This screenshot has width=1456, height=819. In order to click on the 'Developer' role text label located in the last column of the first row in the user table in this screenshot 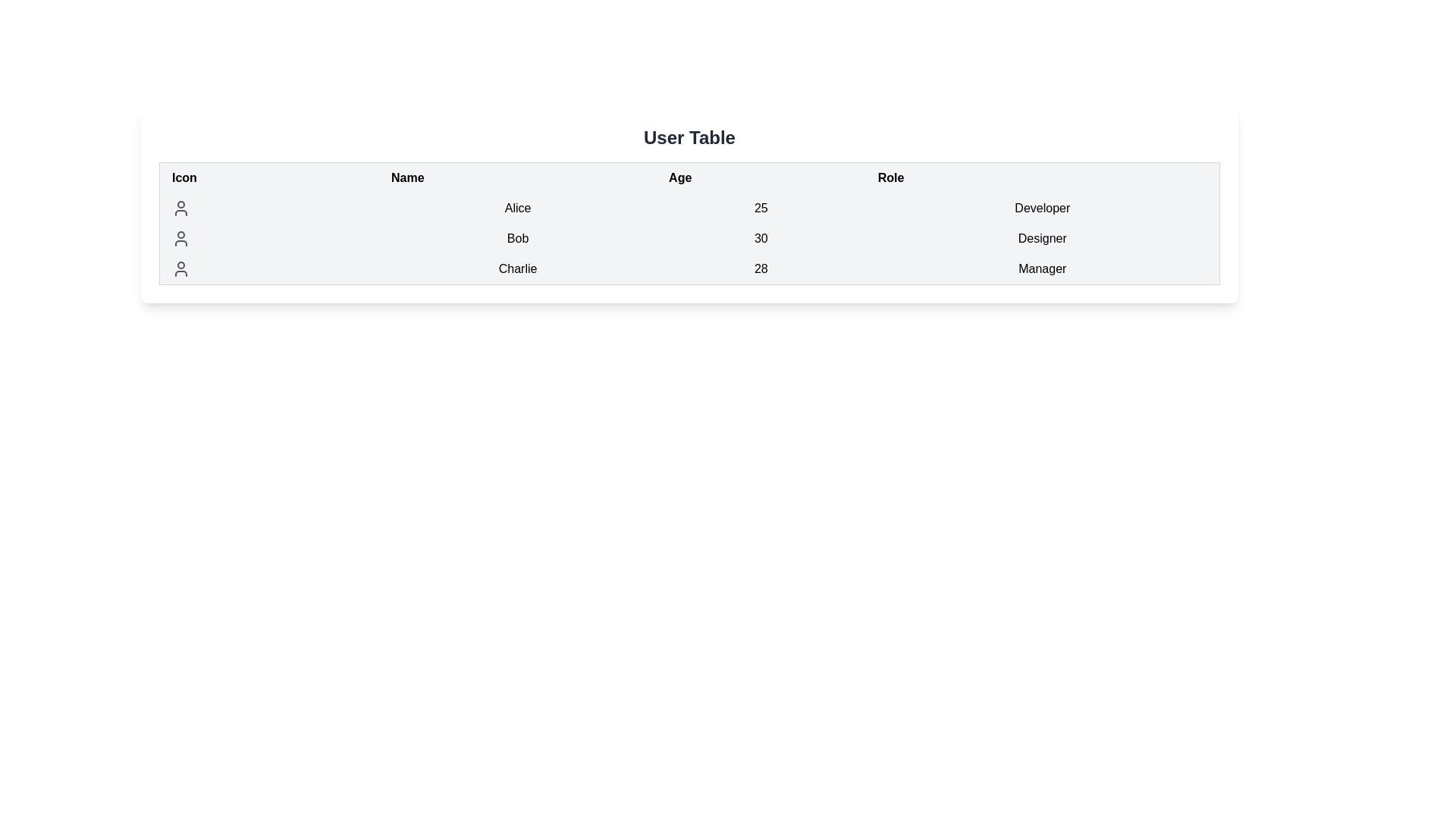, I will do `click(1042, 208)`.